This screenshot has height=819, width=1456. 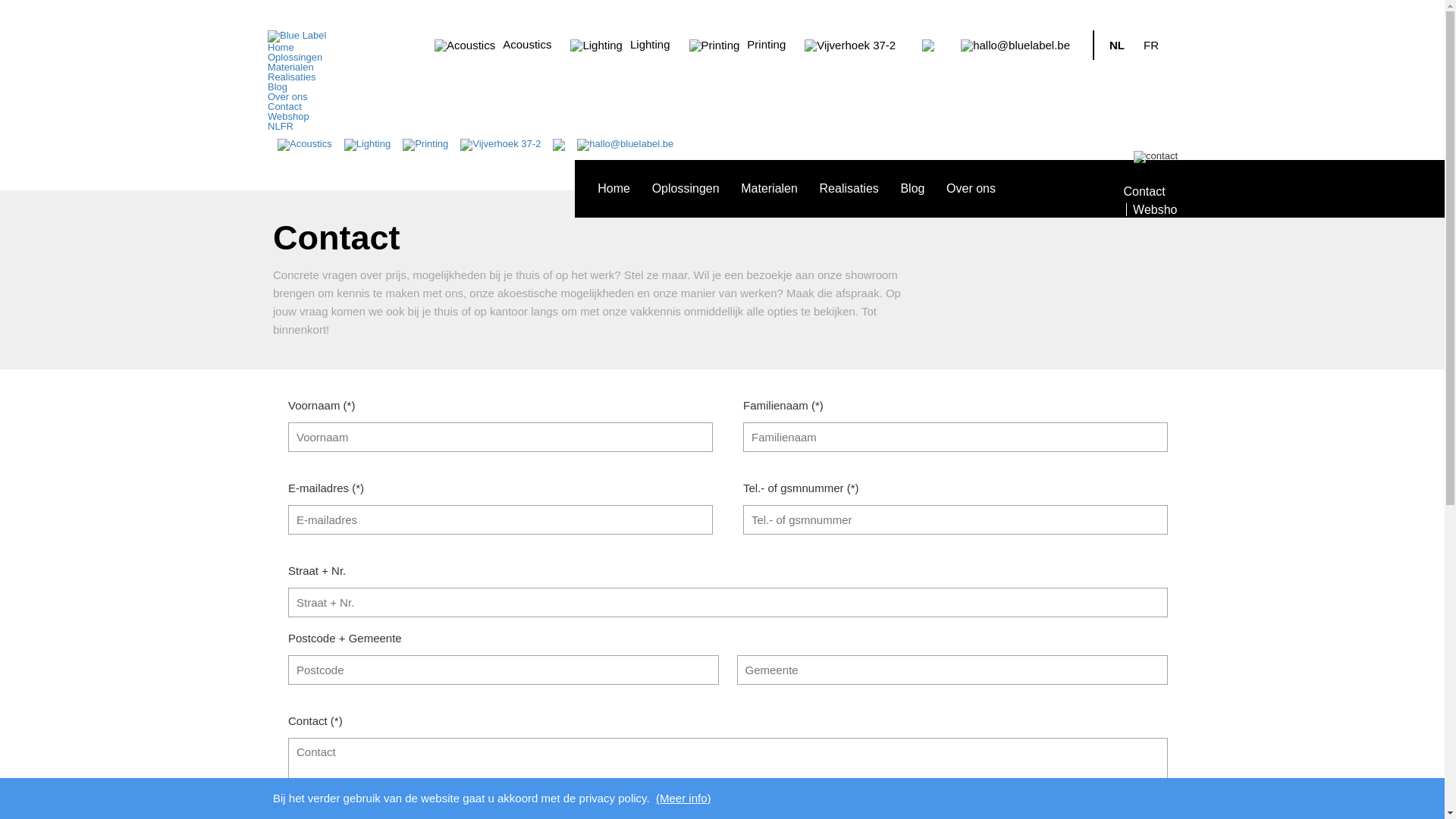 I want to click on 'Blog', so click(x=277, y=86).